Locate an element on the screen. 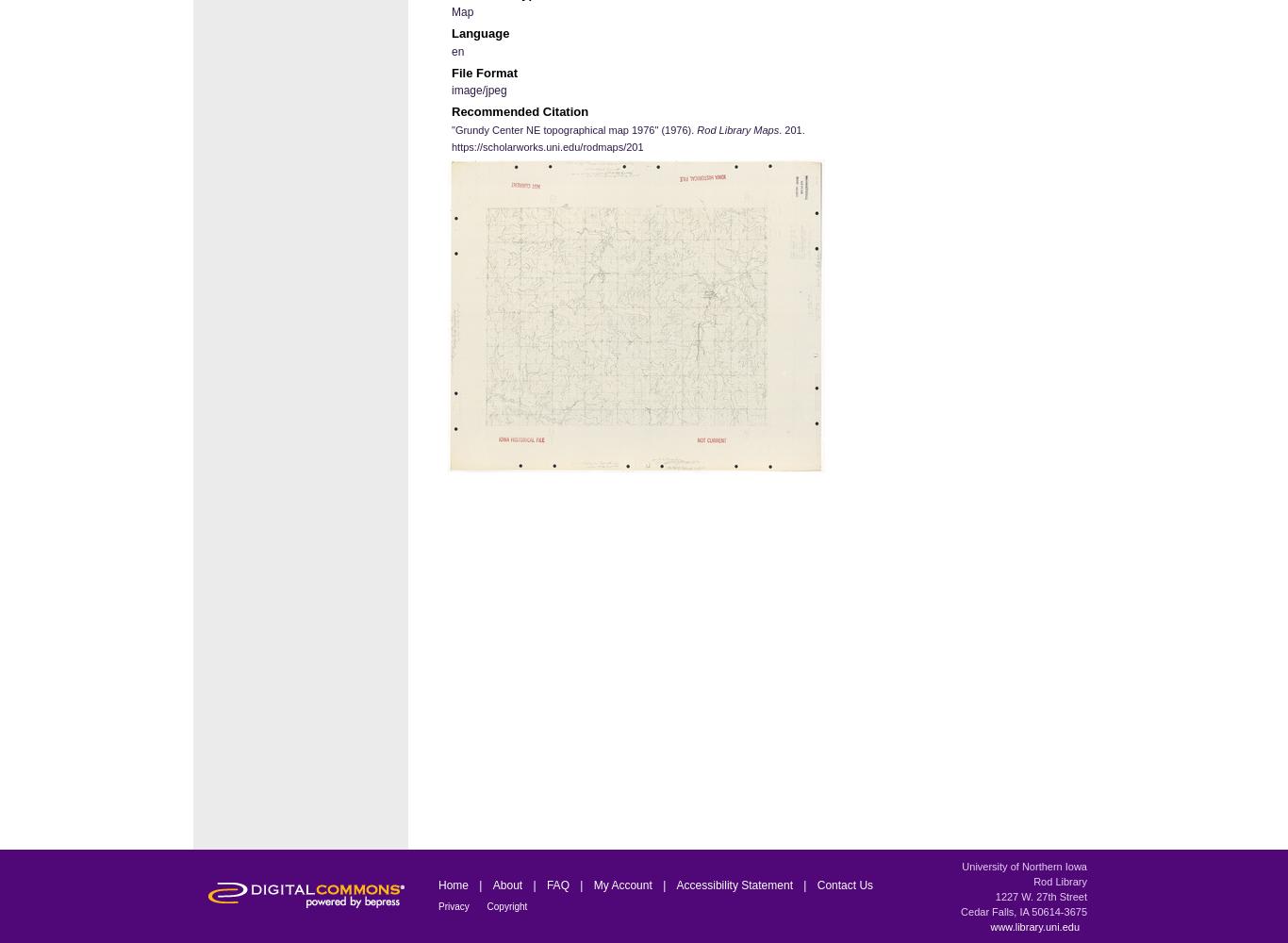 This screenshot has height=943, width=1288. 'My Account' is located at coordinates (622, 885).